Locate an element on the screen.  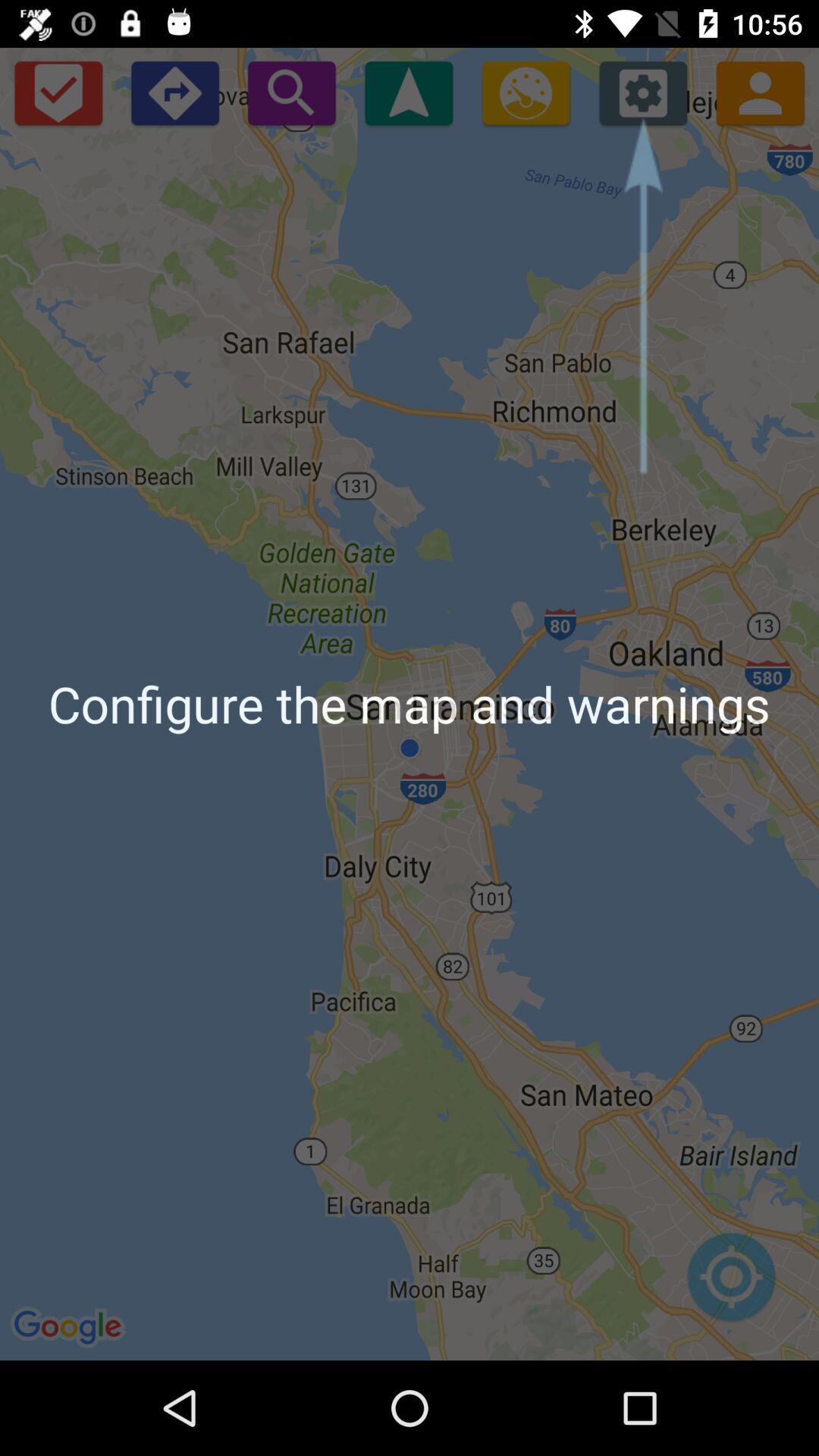
icon above configure the map icon is located at coordinates (643, 92).